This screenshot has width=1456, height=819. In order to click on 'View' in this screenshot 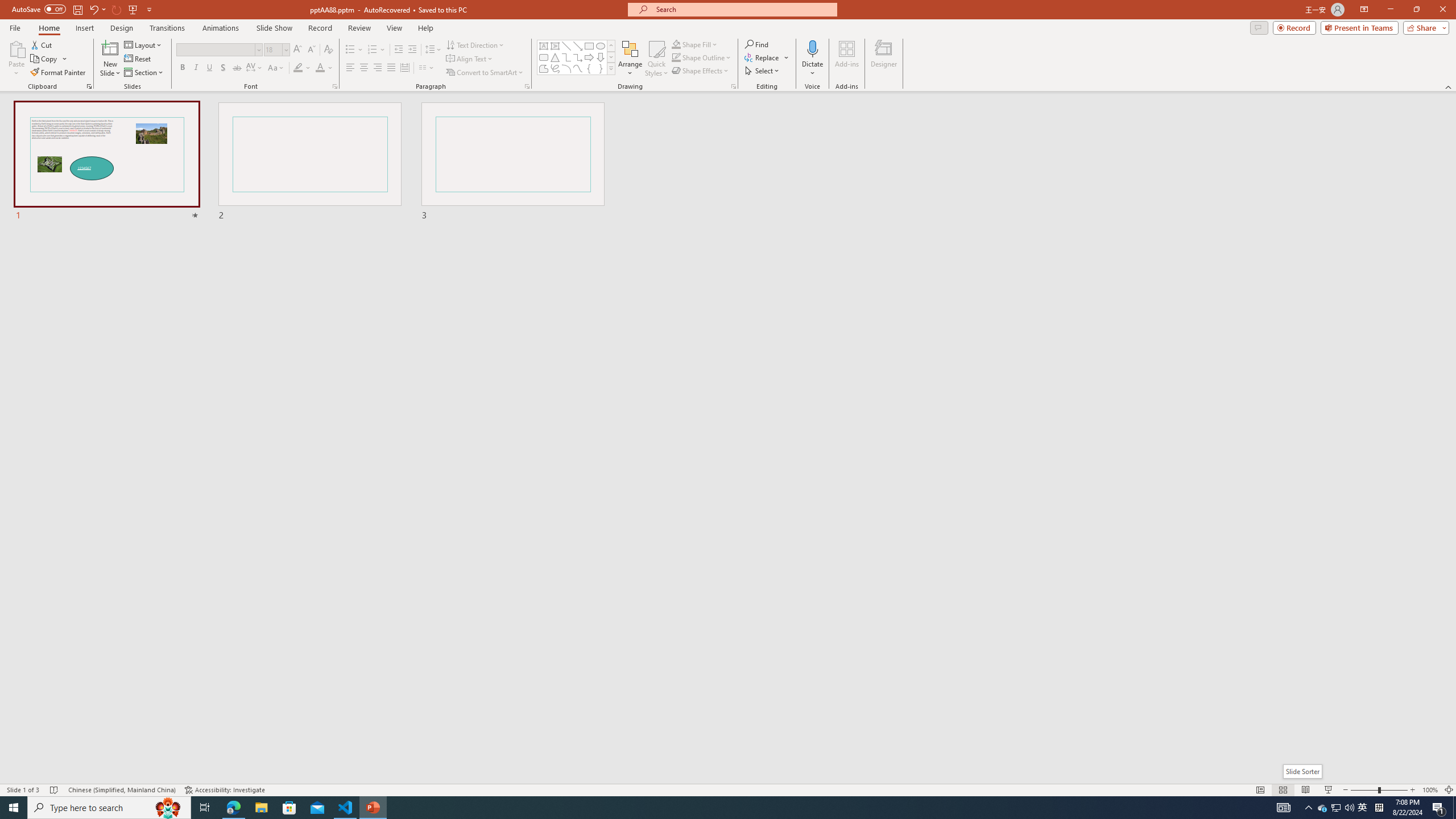, I will do `click(395, 28)`.